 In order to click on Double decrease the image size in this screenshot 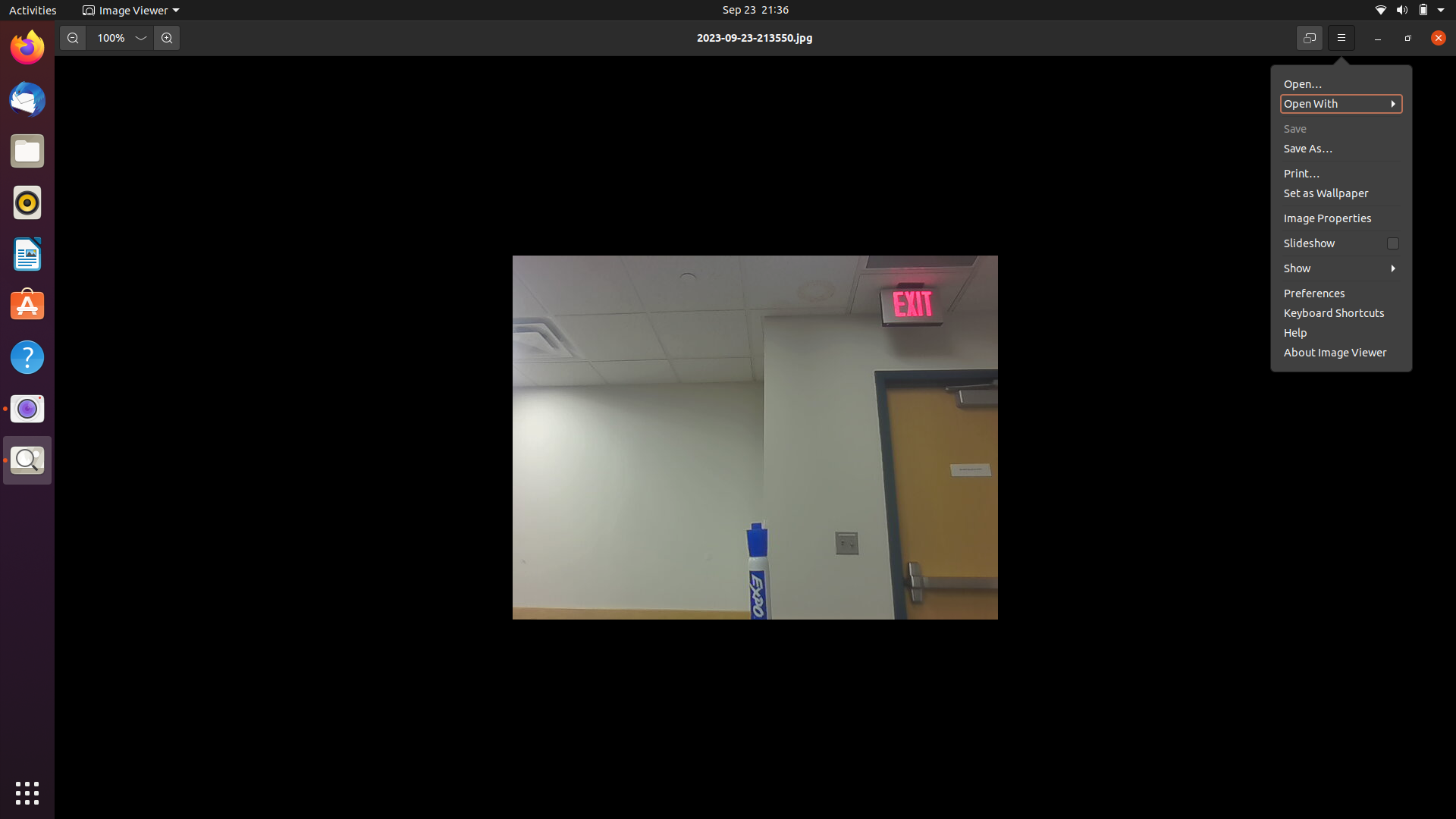, I will do `click(71, 37)`.